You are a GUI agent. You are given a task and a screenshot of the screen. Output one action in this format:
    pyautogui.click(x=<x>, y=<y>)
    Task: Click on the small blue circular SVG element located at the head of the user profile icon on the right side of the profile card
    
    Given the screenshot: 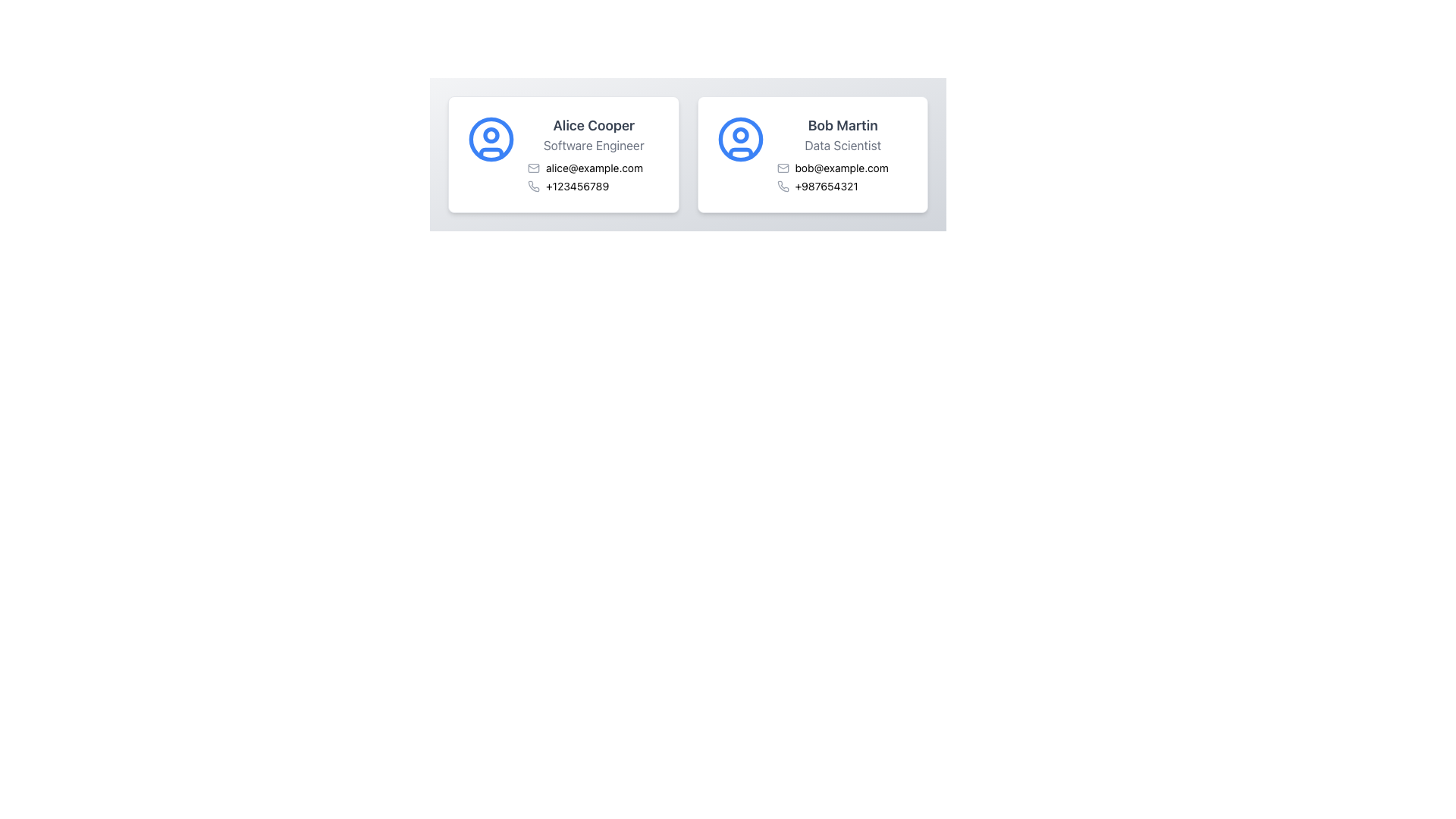 What is the action you would take?
    pyautogui.click(x=740, y=134)
    